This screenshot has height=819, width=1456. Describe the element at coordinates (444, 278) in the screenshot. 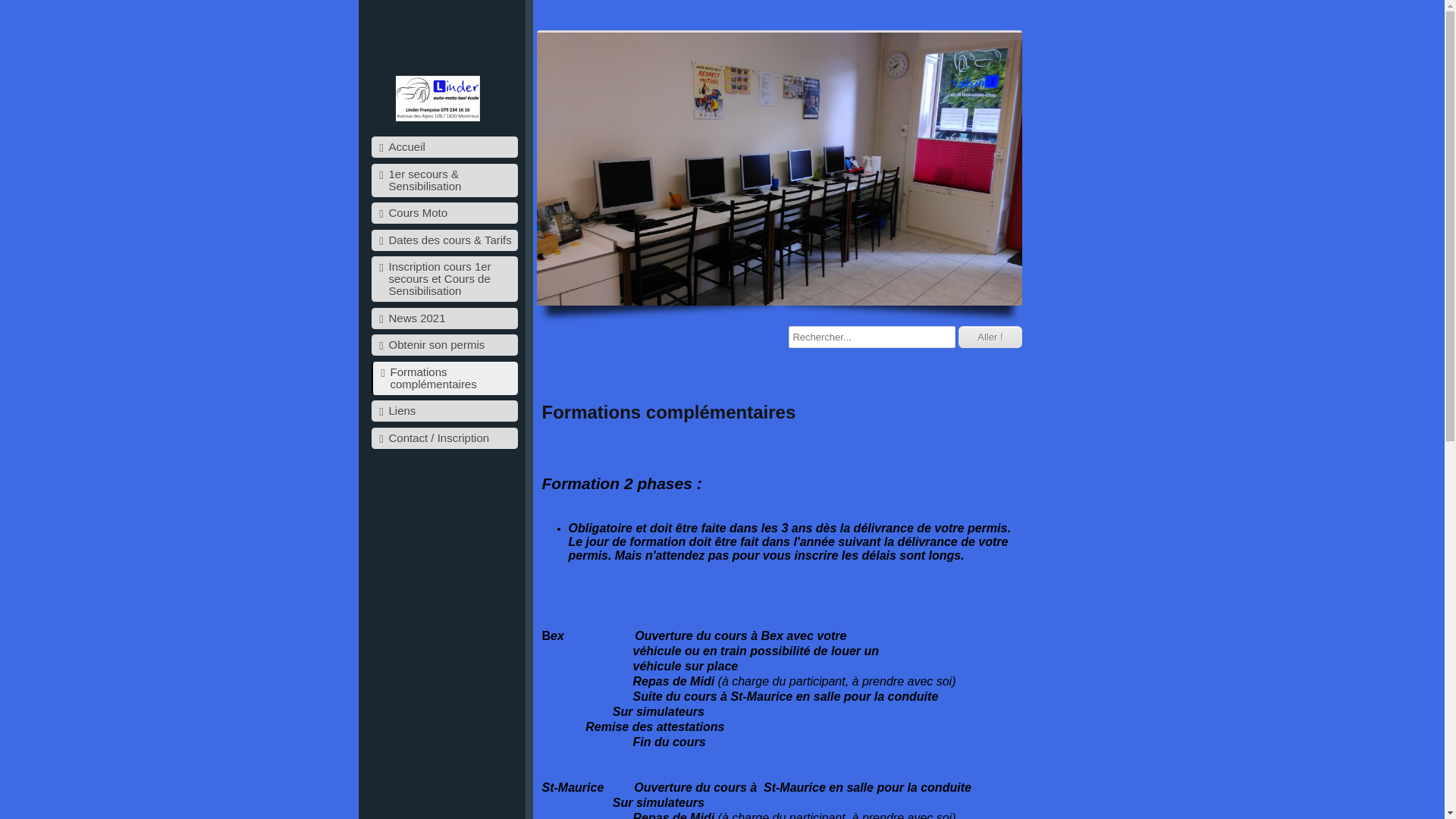

I see `'Inscription cours 1er secours et Cours de Sensibilisation'` at that location.